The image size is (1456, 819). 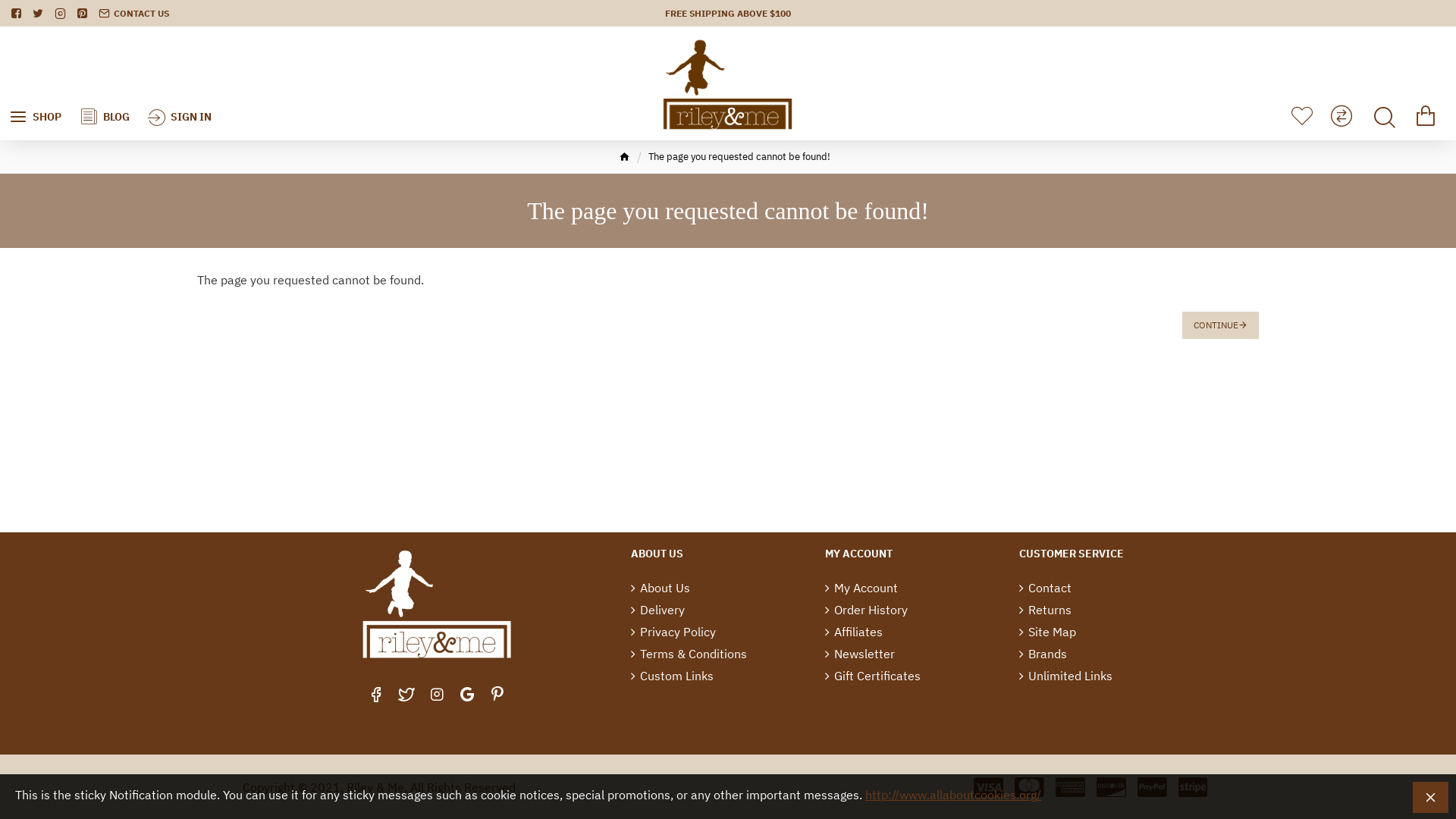 What do you see at coordinates (854, 633) in the screenshot?
I see `'Affiliates'` at bounding box center [854, 633].